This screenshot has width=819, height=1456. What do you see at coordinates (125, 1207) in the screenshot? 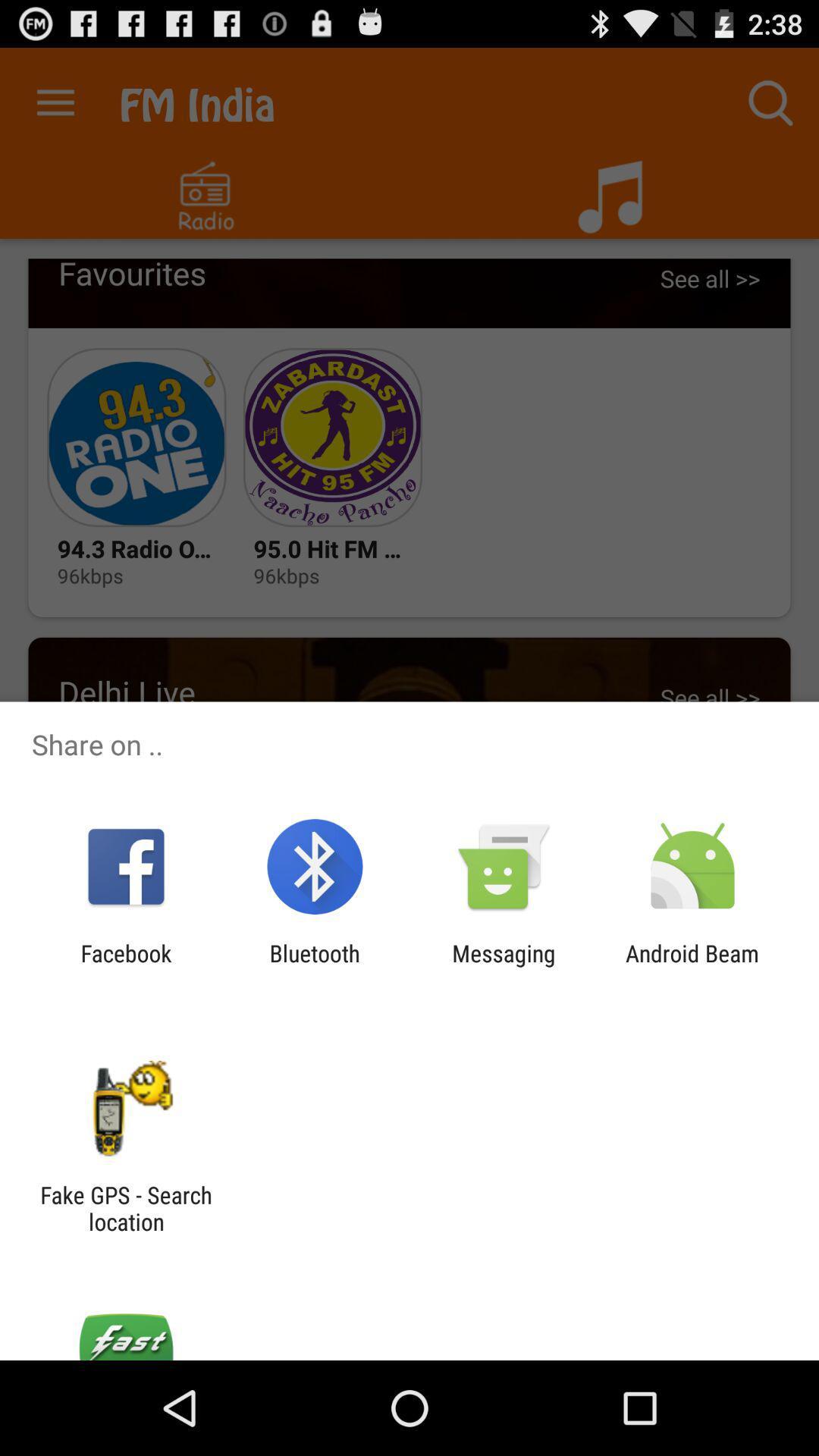
I see `fake gps search item` at bounding box center [125, 1207].